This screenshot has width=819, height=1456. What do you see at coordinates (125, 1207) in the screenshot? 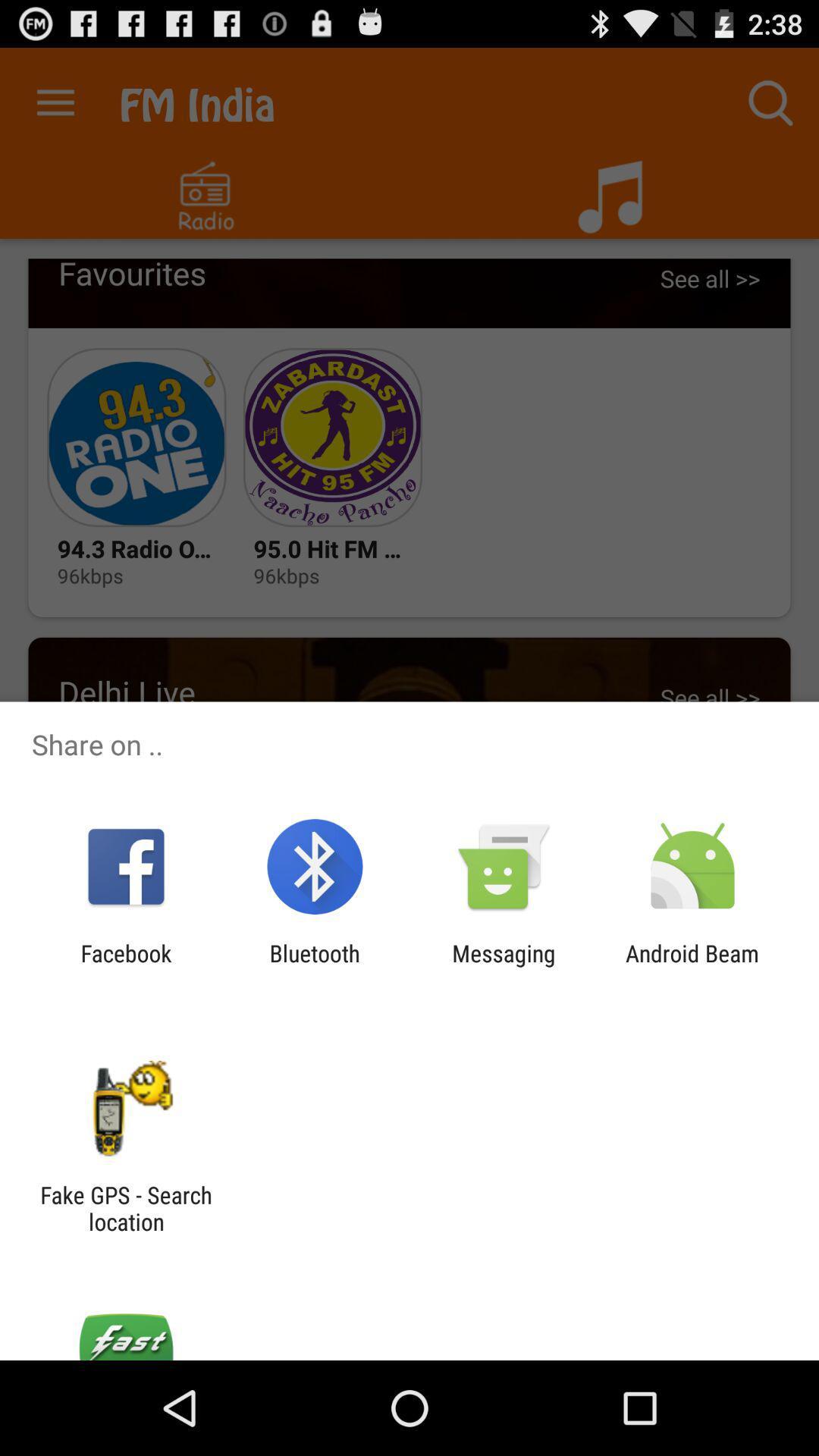
I see `fake gps search item` at bounding box center [125, 1207].